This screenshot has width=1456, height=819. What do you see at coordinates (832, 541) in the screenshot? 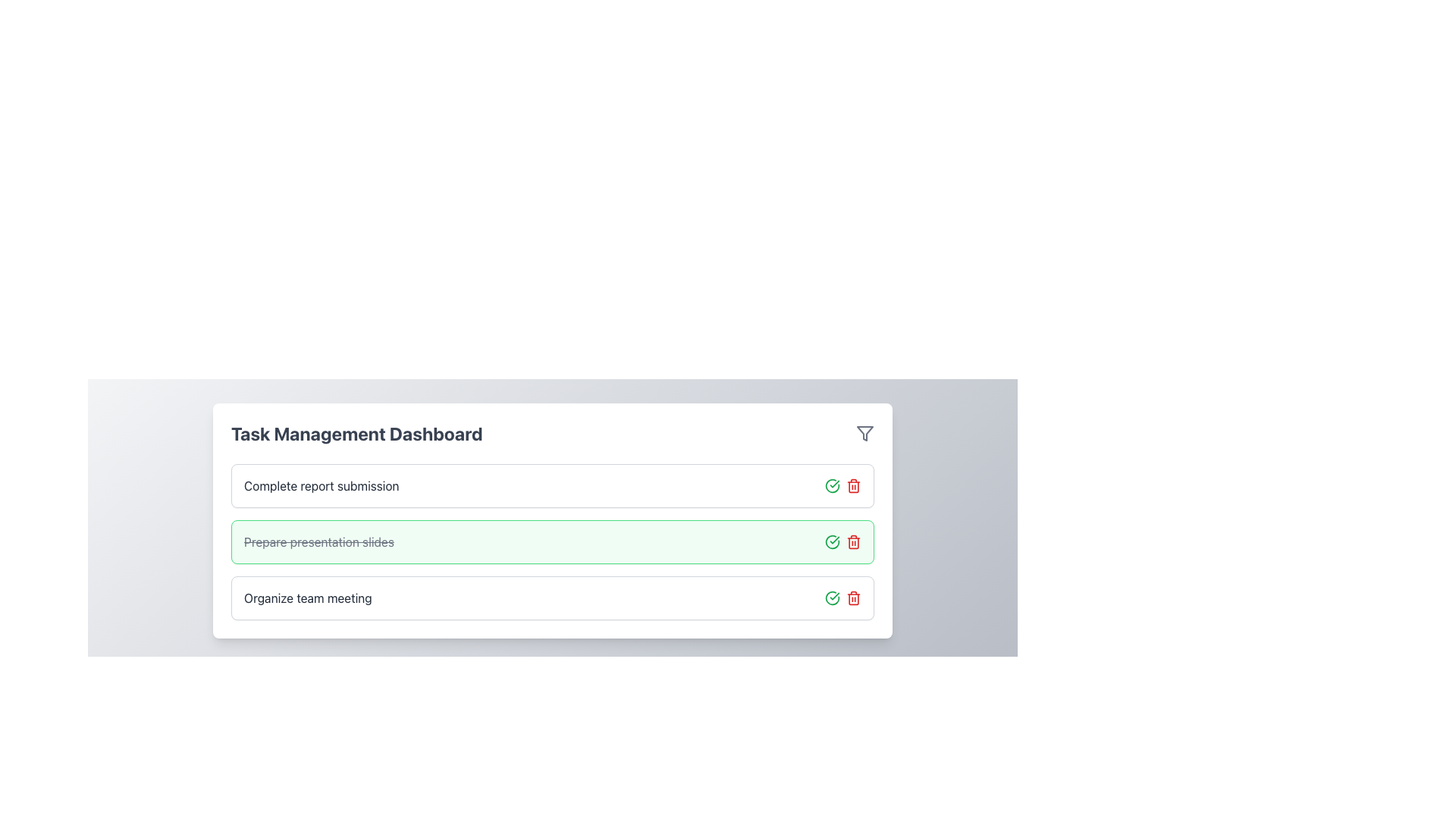
I see `the completion indicator icon for the task 'Prepare presentation slides' located in the interactive icons group on the right side of the second task row` at bounding box center [832, 541].